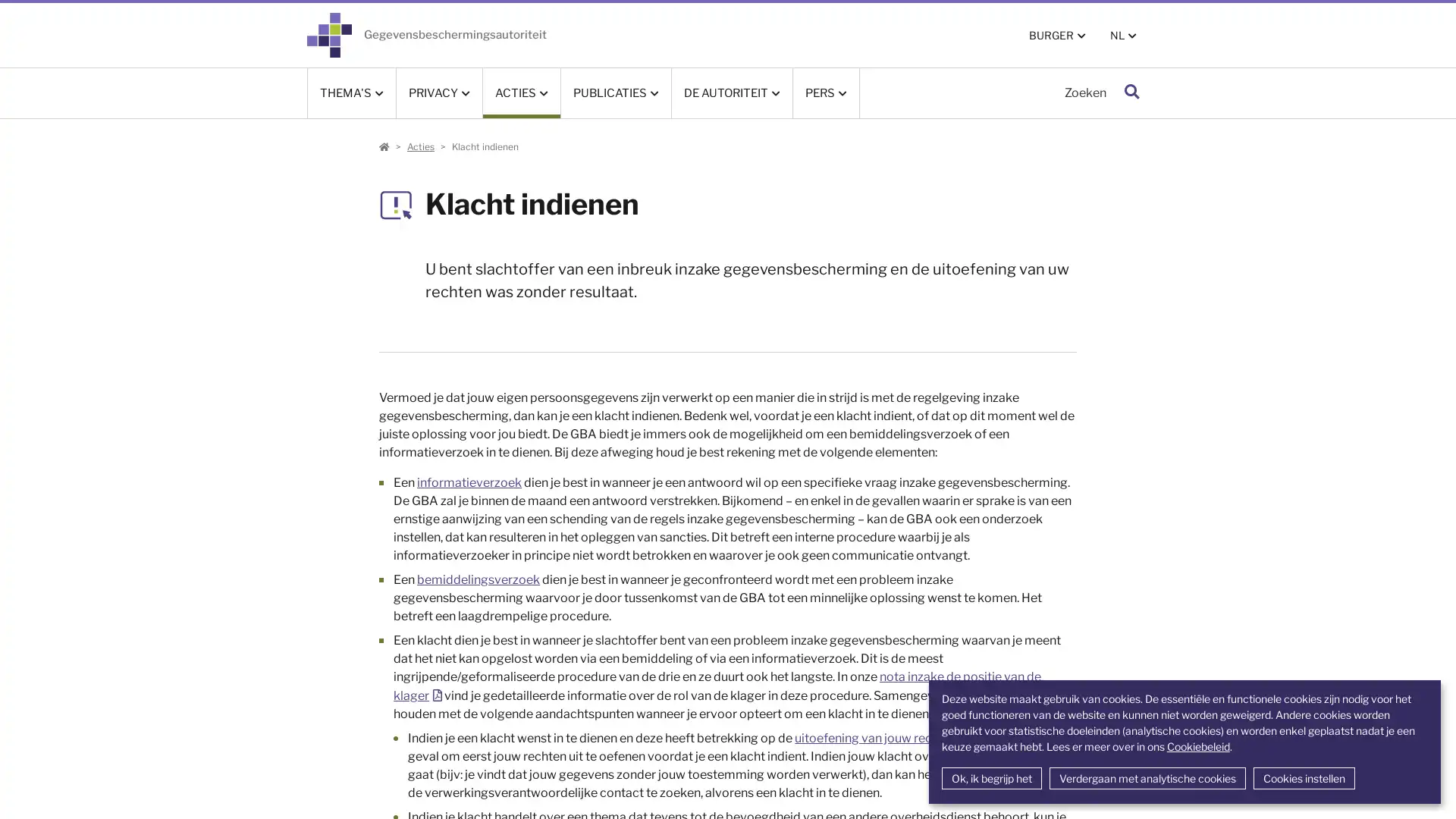  What do you see at coordinates (1302, 778) in the screenshot?
I see `Cookies instellen` at bounding box center [1302, 778].